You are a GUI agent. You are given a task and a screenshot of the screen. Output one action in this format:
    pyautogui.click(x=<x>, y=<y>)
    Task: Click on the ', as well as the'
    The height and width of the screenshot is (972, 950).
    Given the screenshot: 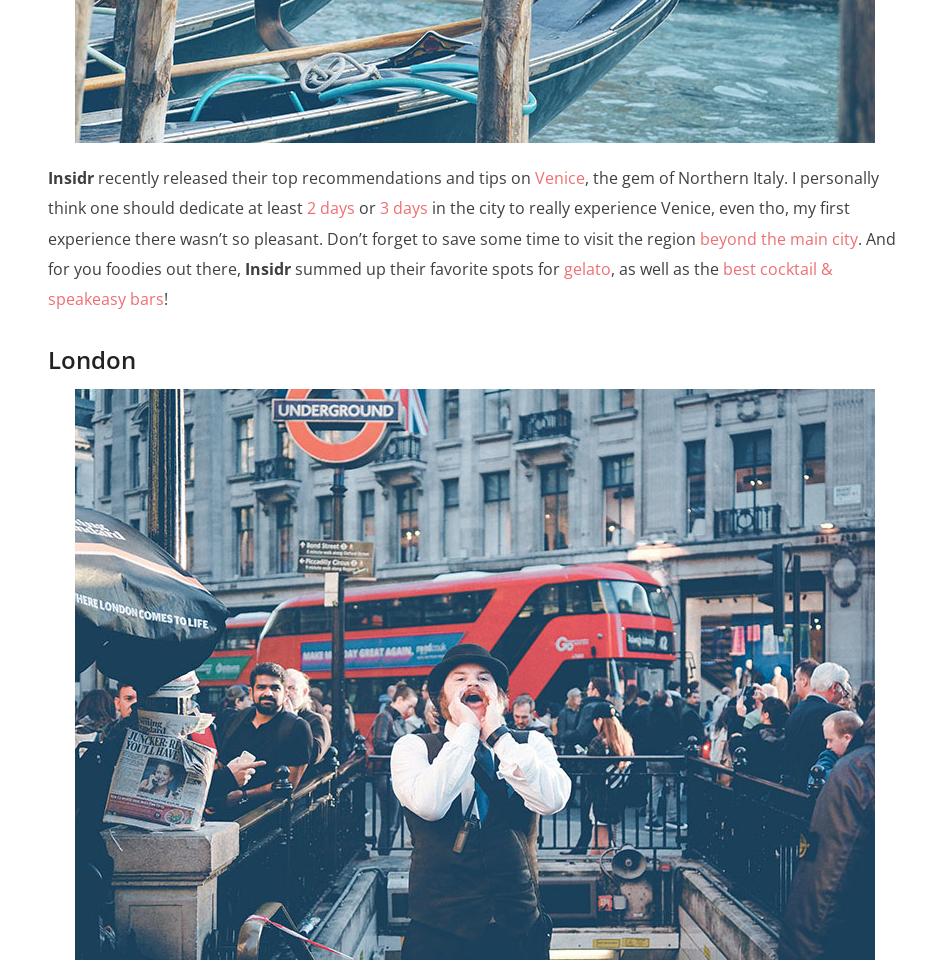 What is the action you would take?
    pyautogui.click(x=666, y=267)
    